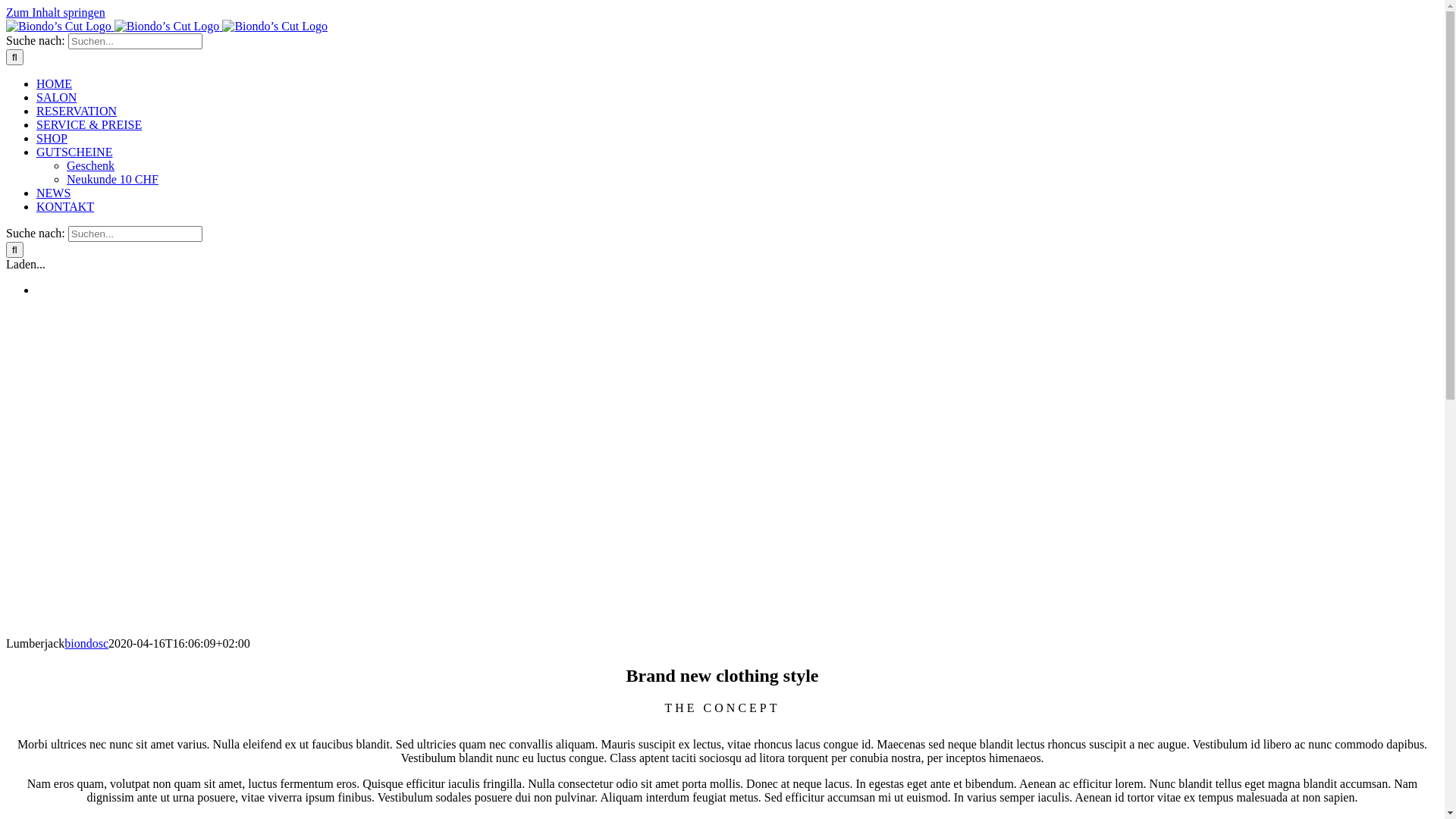 The image size is (1456, 819). I want to click on 'Neukunde 10 CHF', so click(111, 178).